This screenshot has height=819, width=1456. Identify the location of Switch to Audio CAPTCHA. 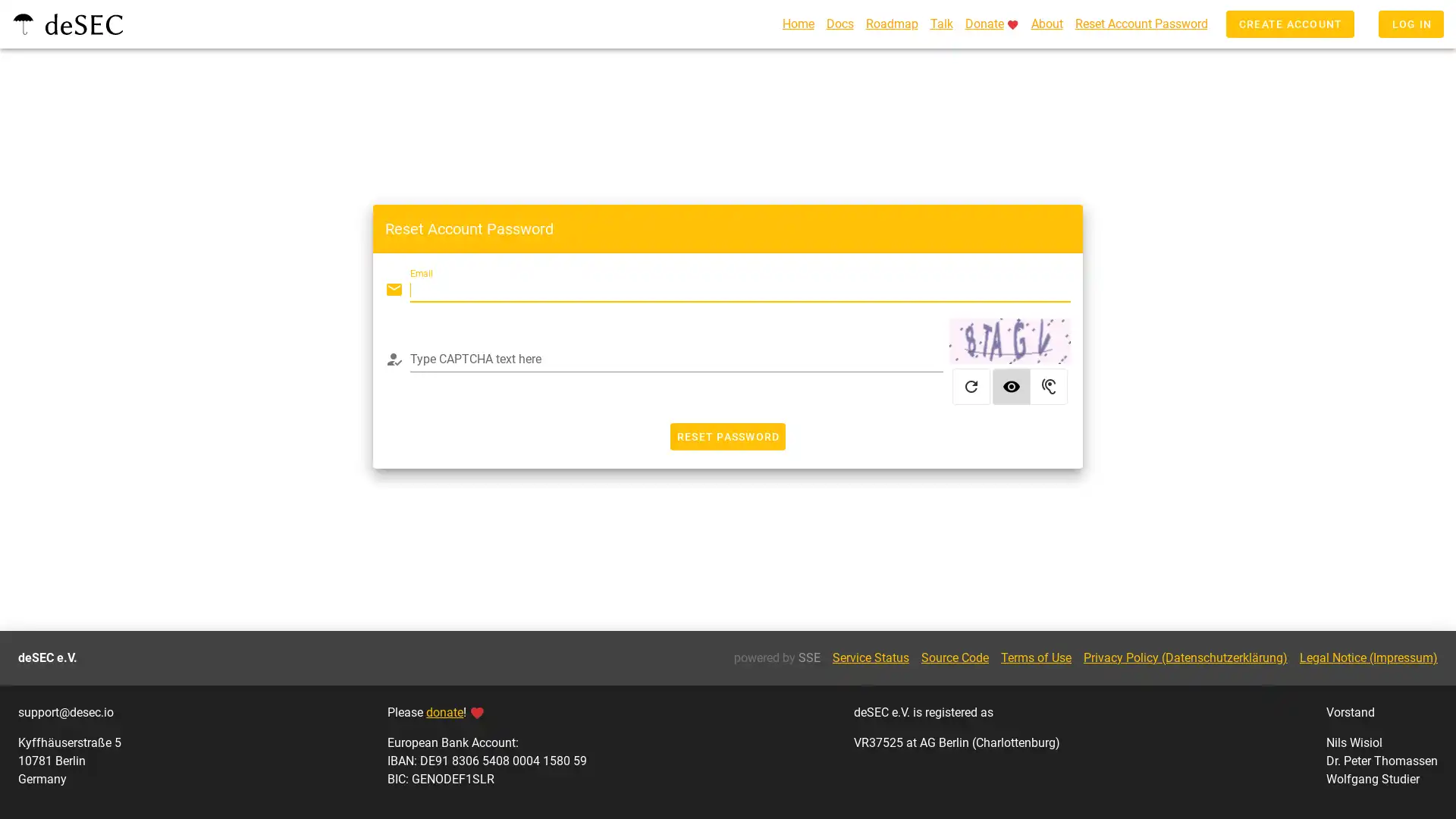
(1048, 388).